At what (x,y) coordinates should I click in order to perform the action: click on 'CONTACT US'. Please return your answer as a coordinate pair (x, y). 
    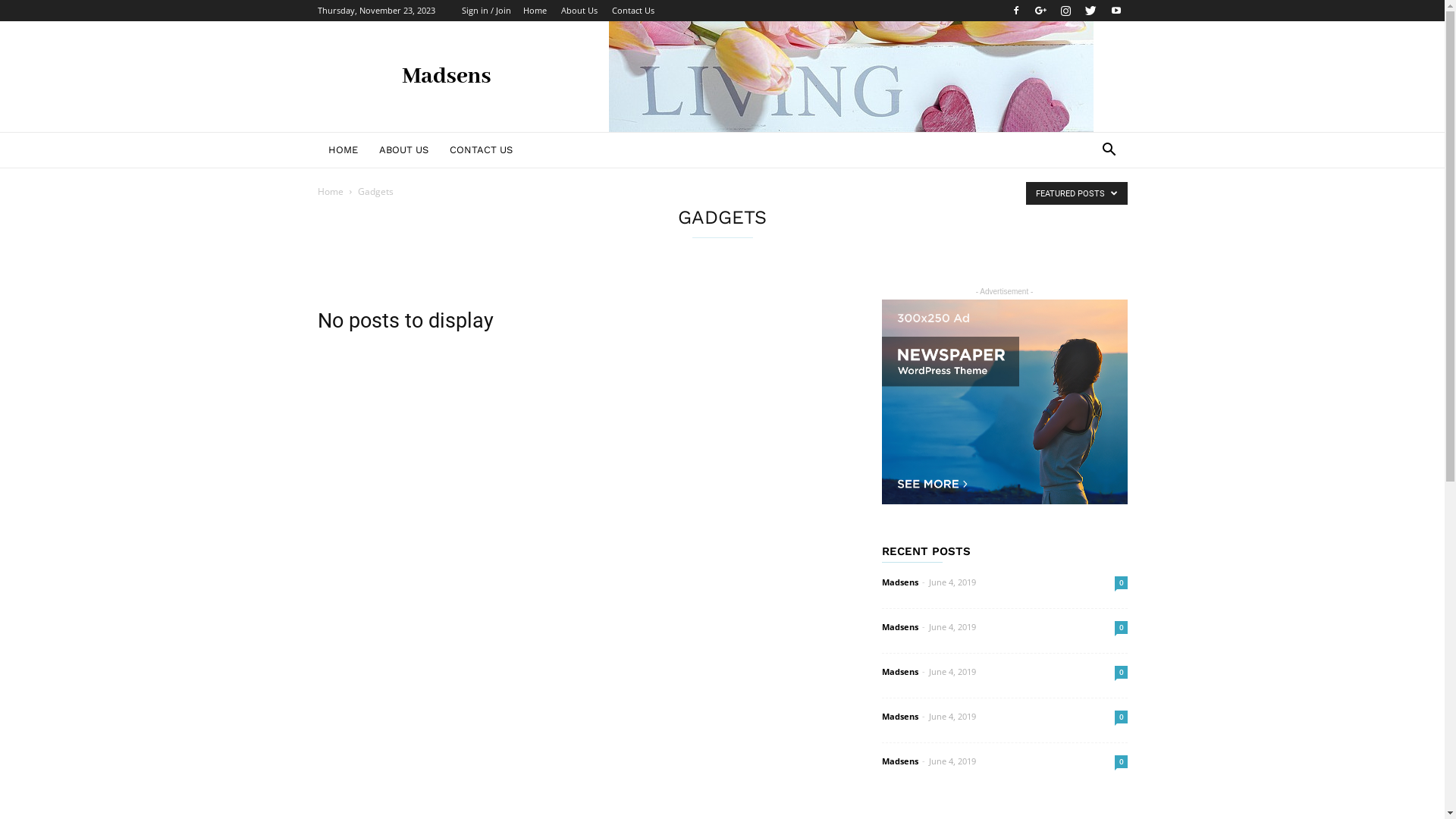
    Looking at the image, I should click on (437, 149).